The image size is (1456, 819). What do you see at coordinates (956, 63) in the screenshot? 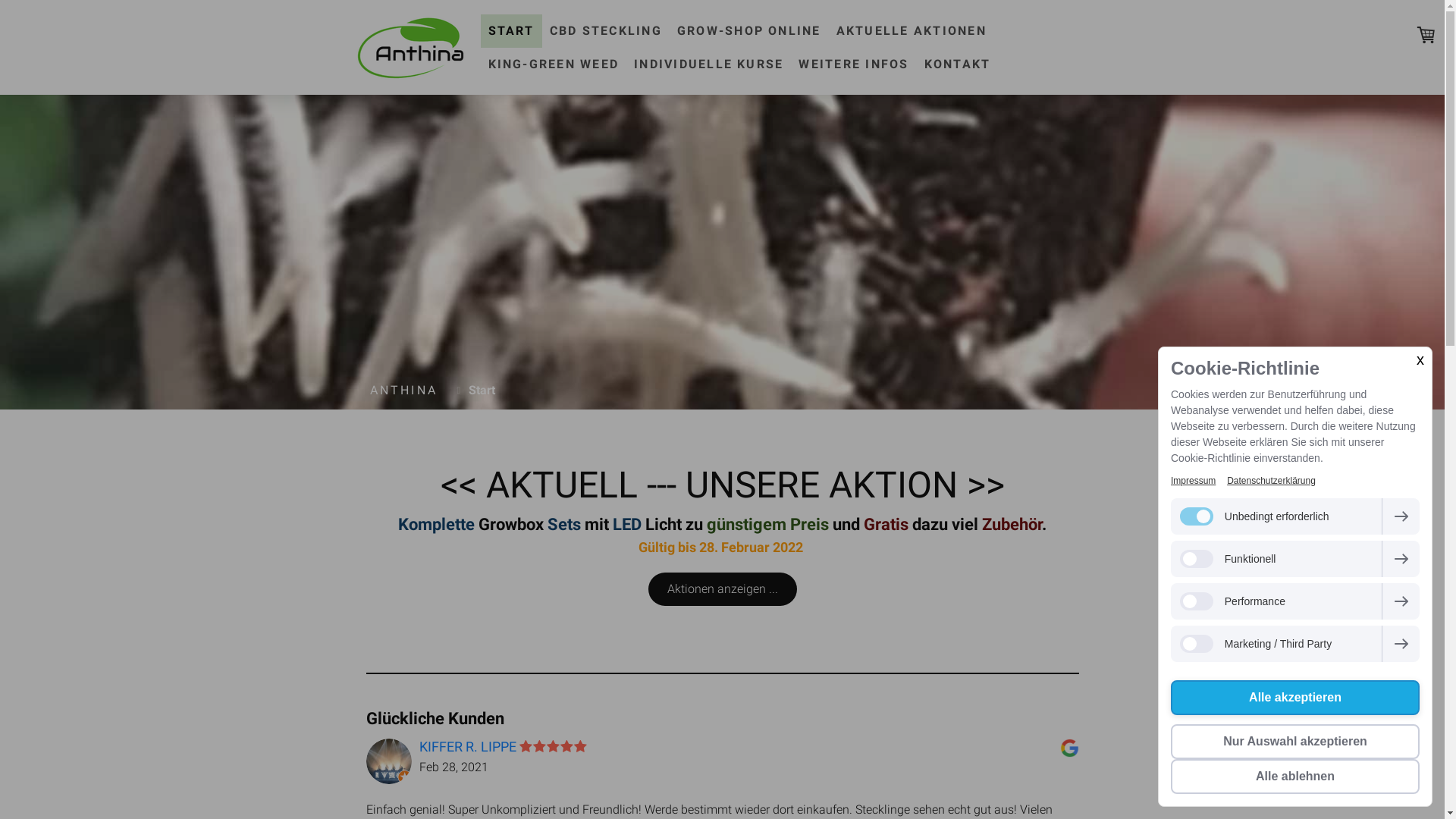
I see `'KONTAKT'` at bounding box center [956, 63].